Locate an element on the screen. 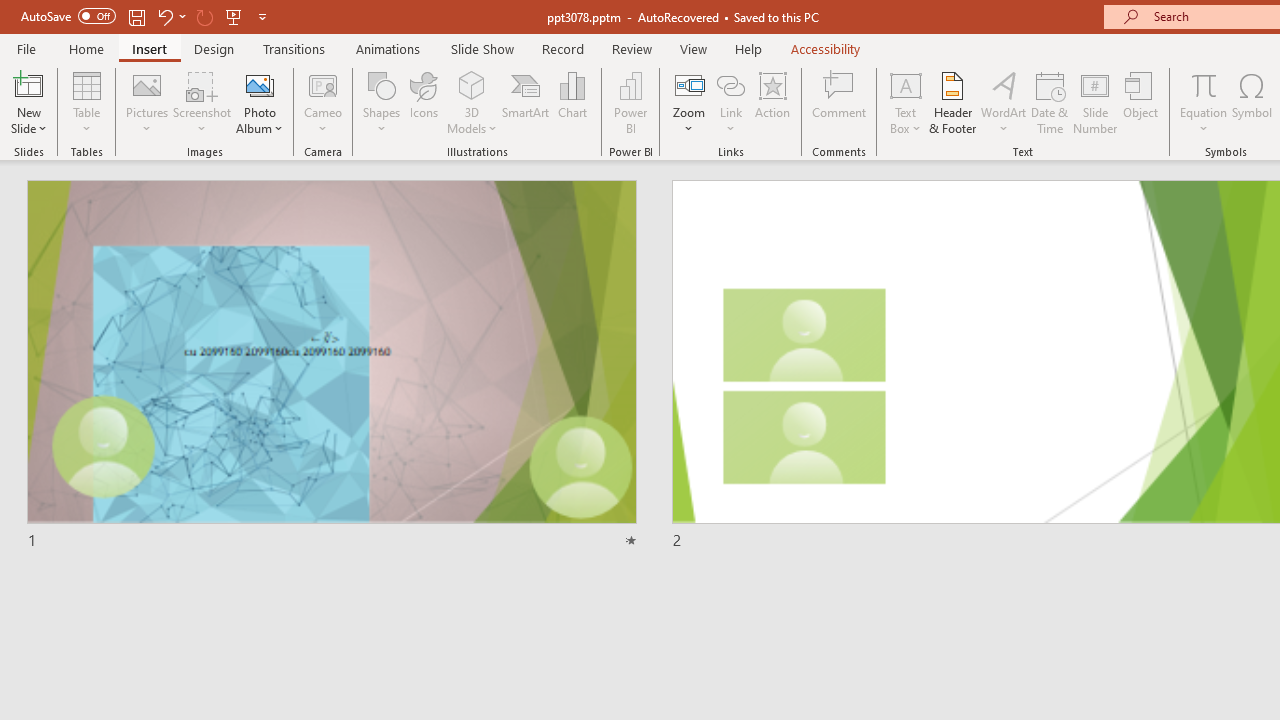  'Header & Footer...' is located at coordinates (951, 103).